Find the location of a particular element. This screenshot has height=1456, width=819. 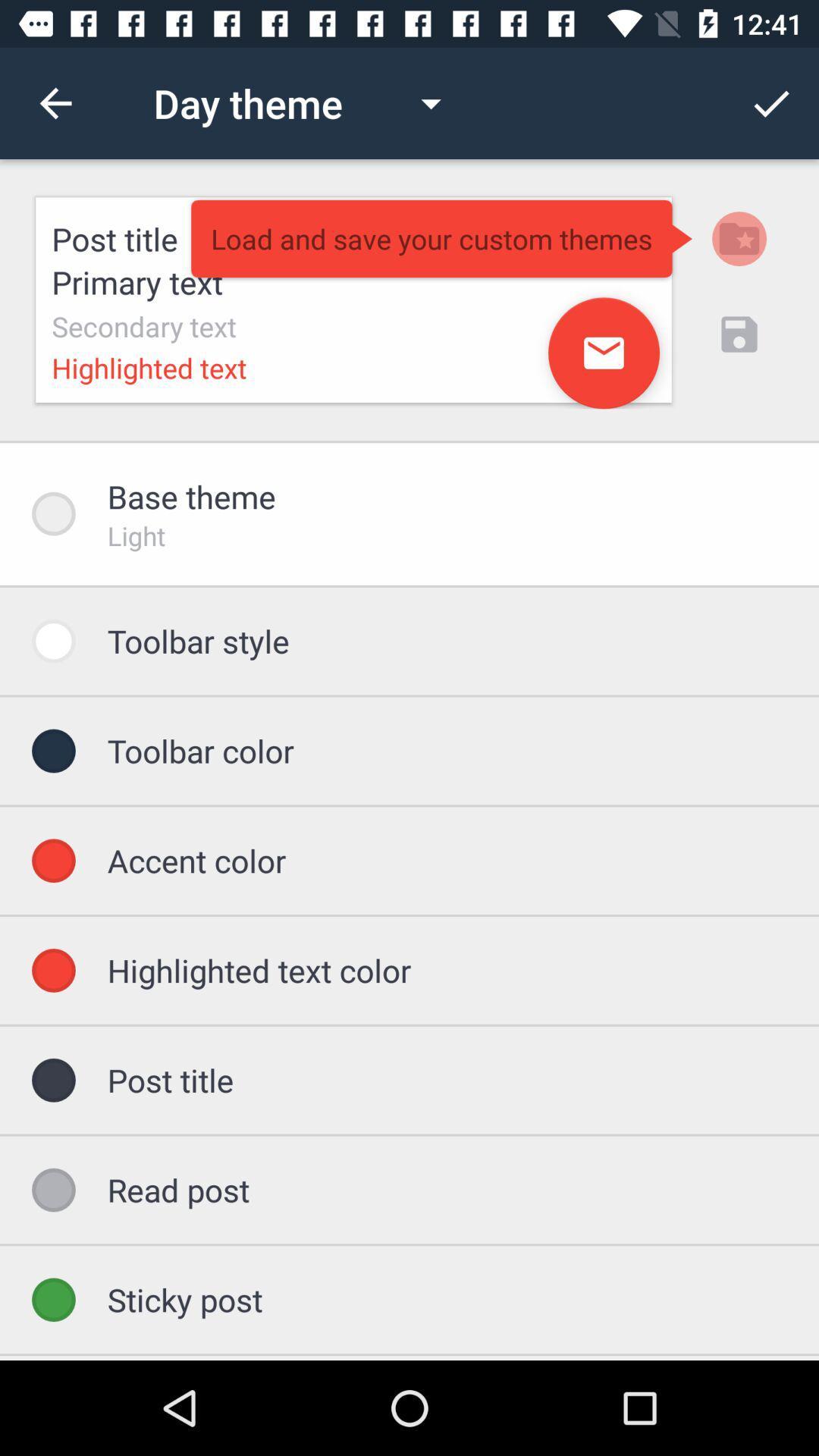

the email icon is located at coordinates (603, 352).